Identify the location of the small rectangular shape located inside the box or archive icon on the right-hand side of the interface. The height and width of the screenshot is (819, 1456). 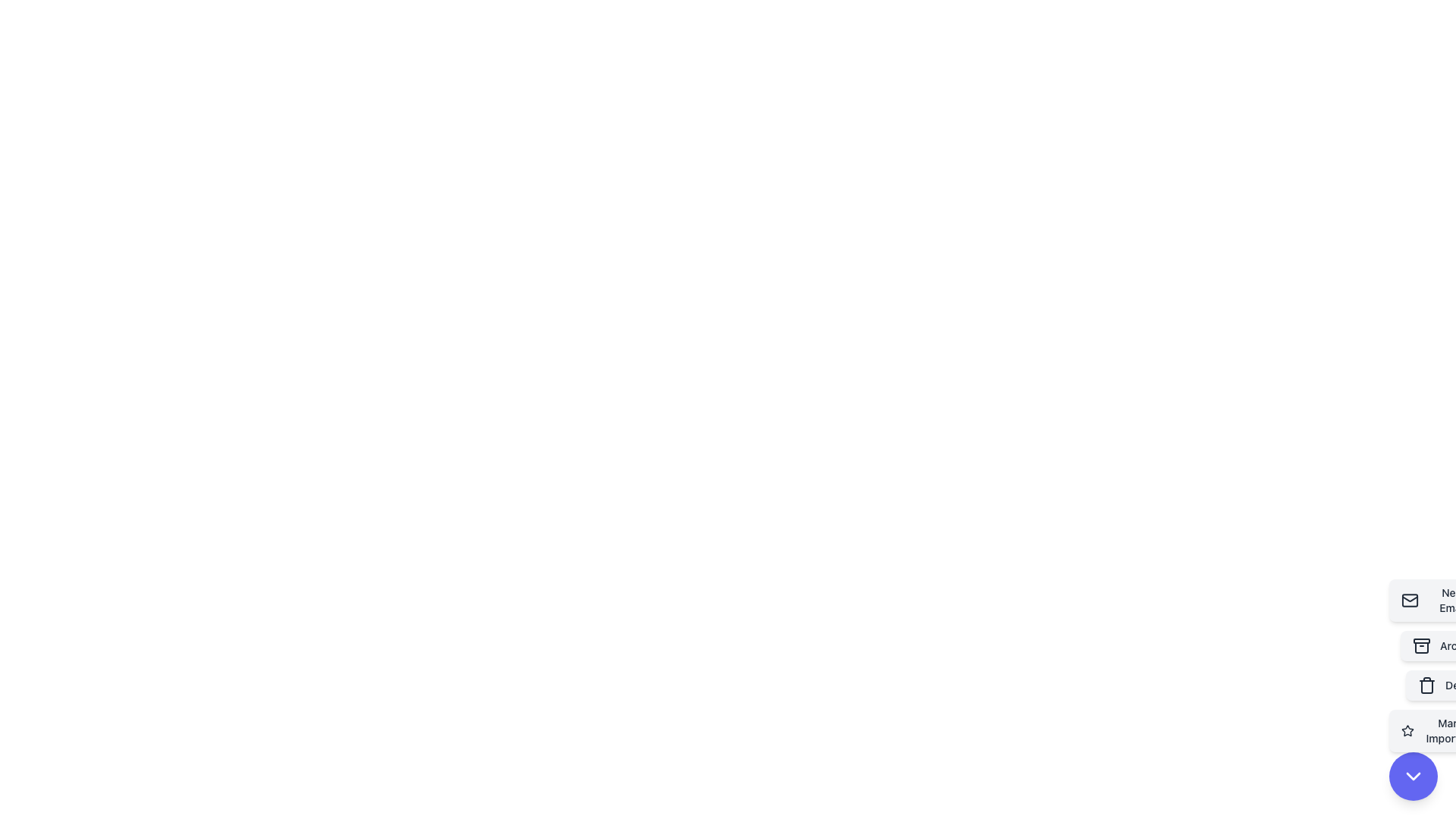
(1421, 641).